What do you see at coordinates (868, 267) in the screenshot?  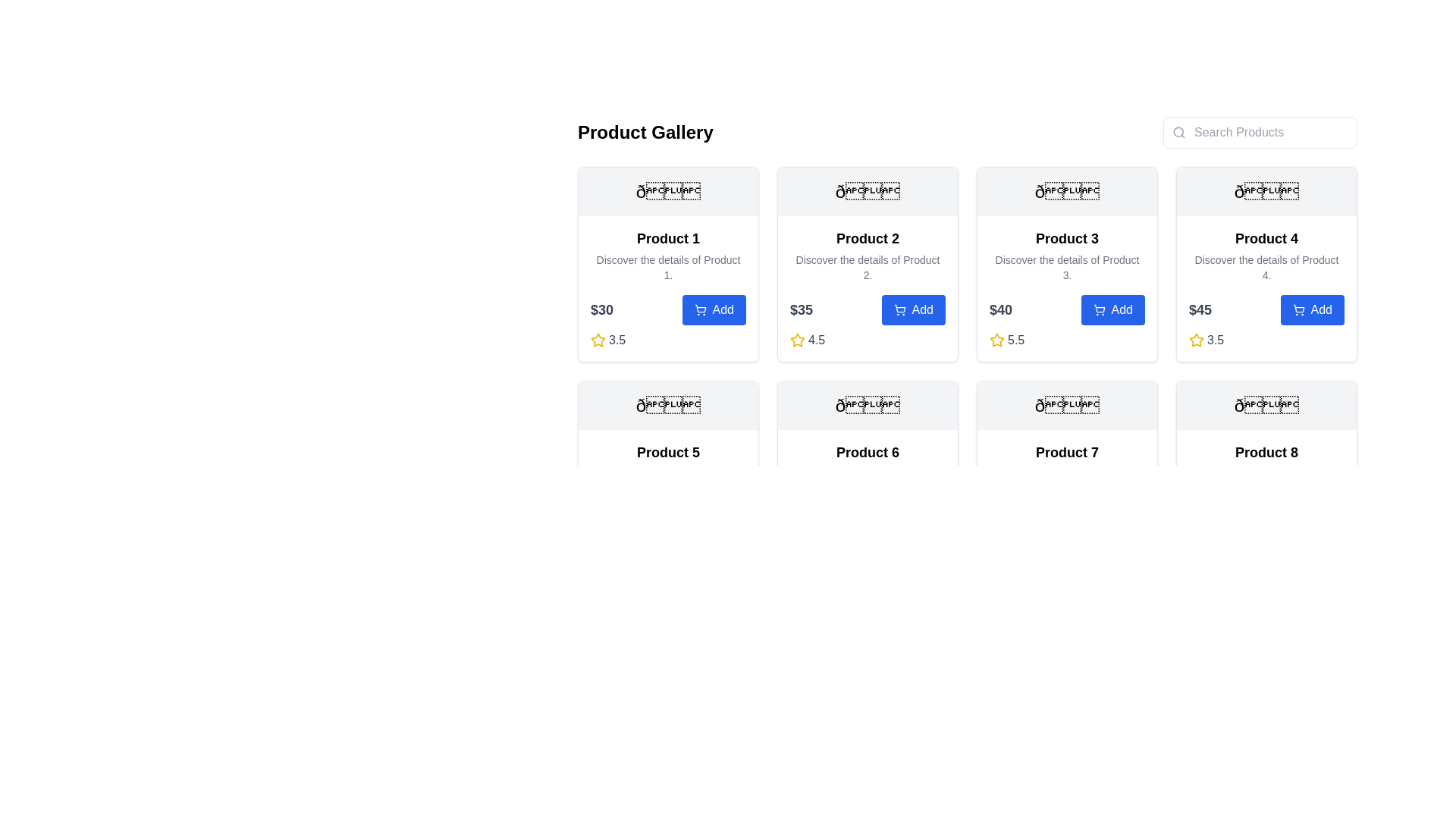 I see `description provided in the text label located above the price and action button for 'Product 2' in the second card of the product grid layout` at bounding box center [868, 267].